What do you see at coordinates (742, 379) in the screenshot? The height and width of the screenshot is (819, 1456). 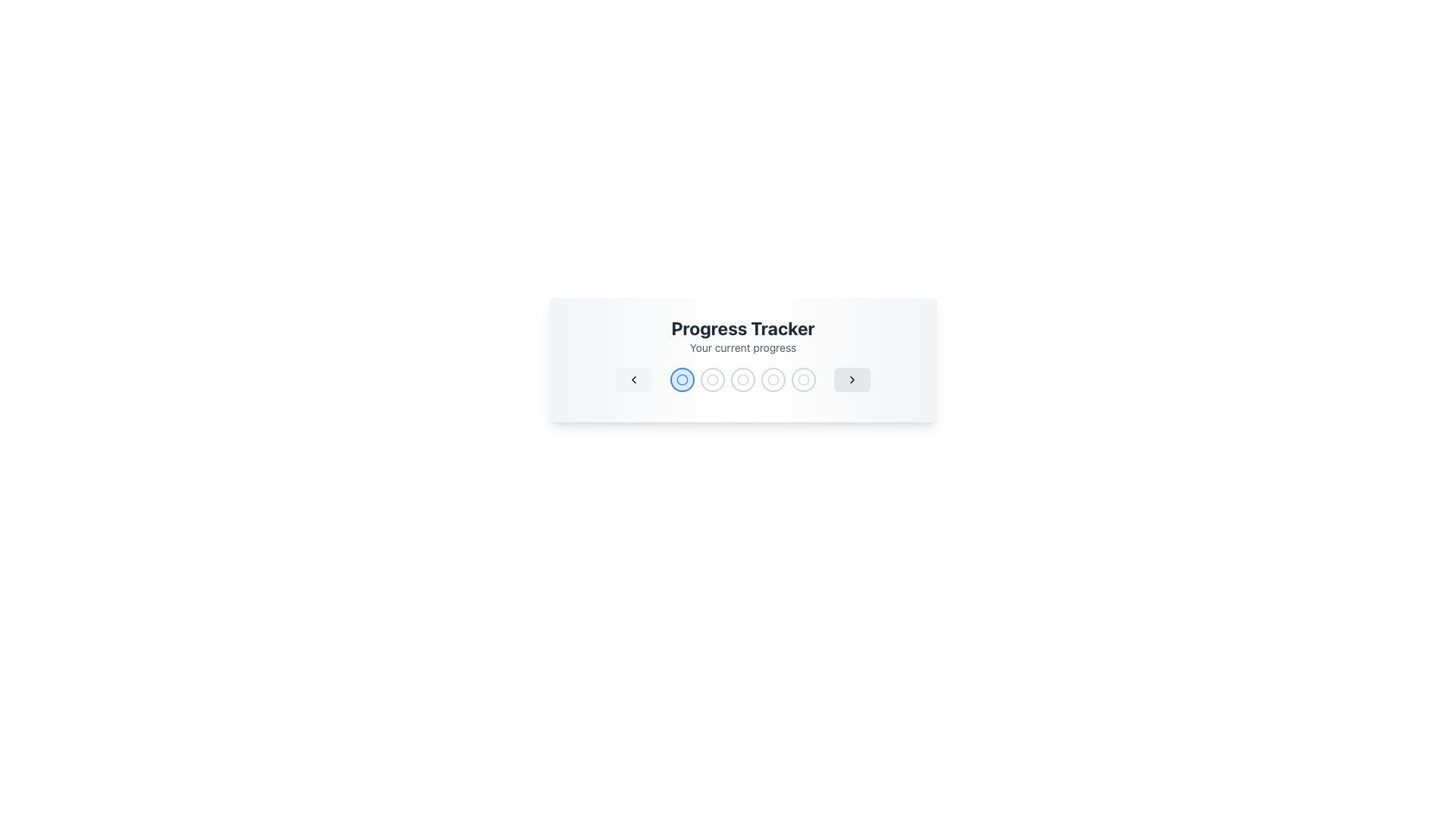 I see `the third circular progress indicator icon, which has a gray border and a lighter gray background, by clicking on it` at bounding box center [742, 379].